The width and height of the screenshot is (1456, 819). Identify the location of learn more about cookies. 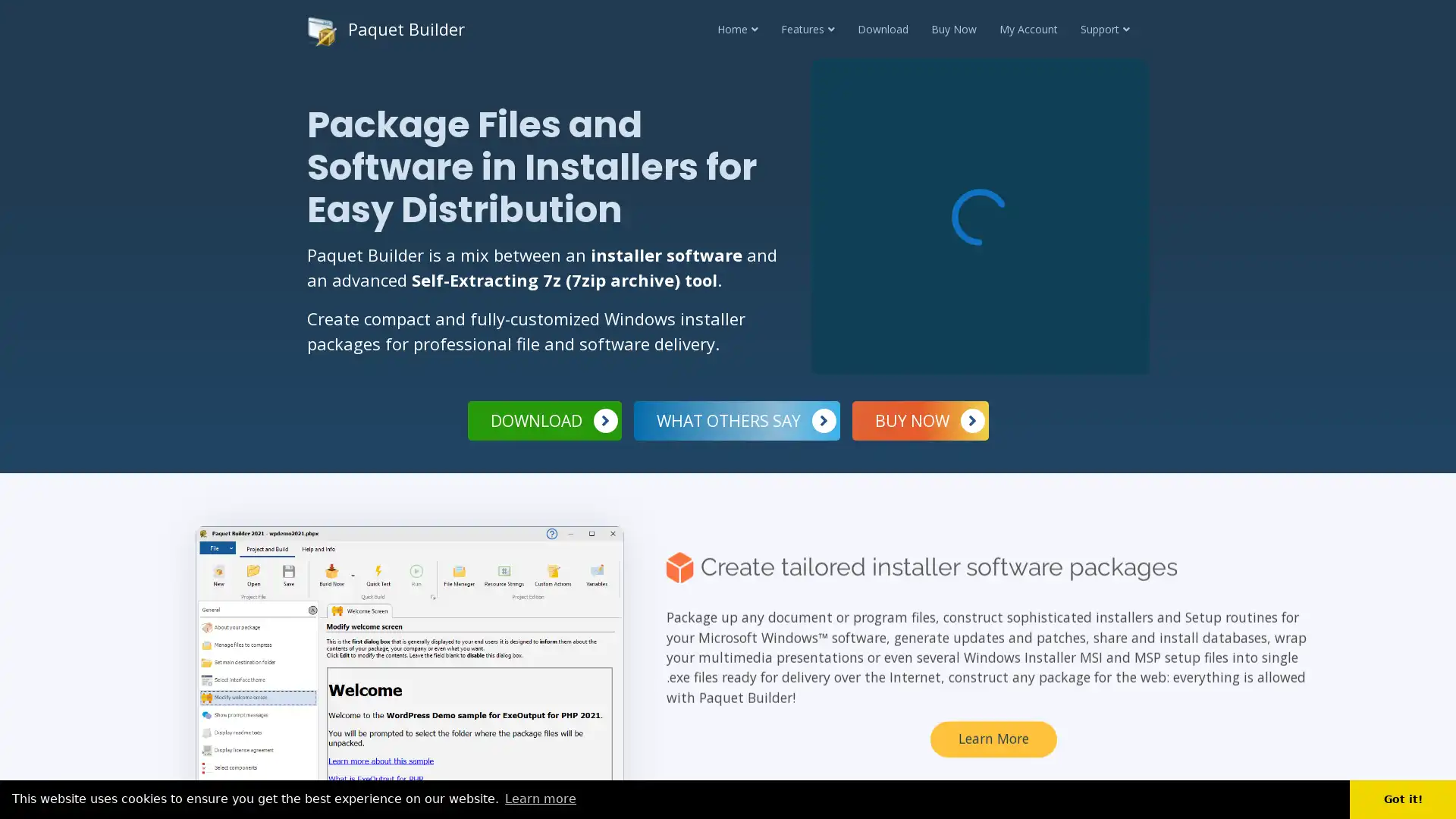
(541, 798).